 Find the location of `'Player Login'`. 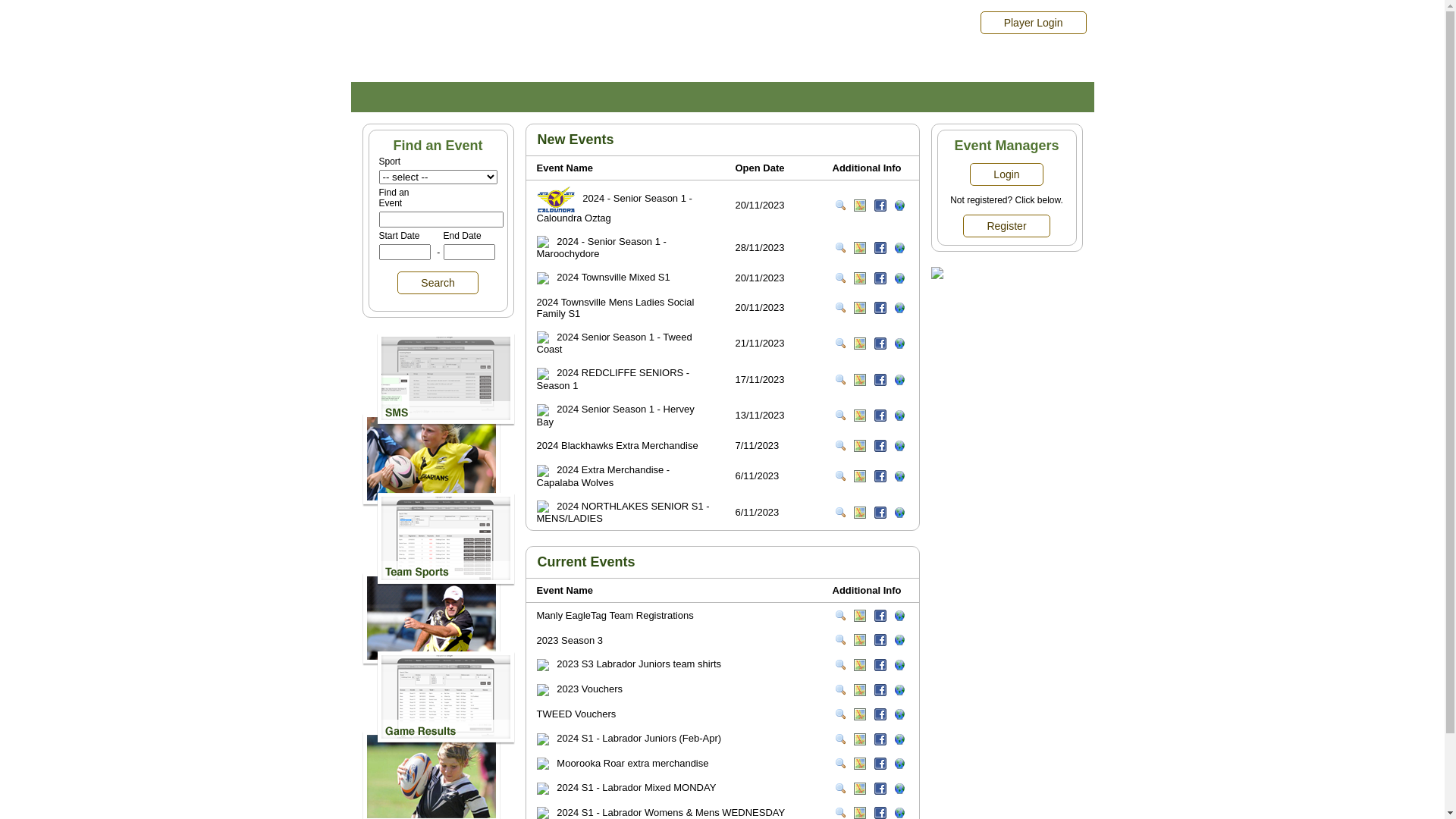

'Player Login' is located at coordinates (1033, 23).